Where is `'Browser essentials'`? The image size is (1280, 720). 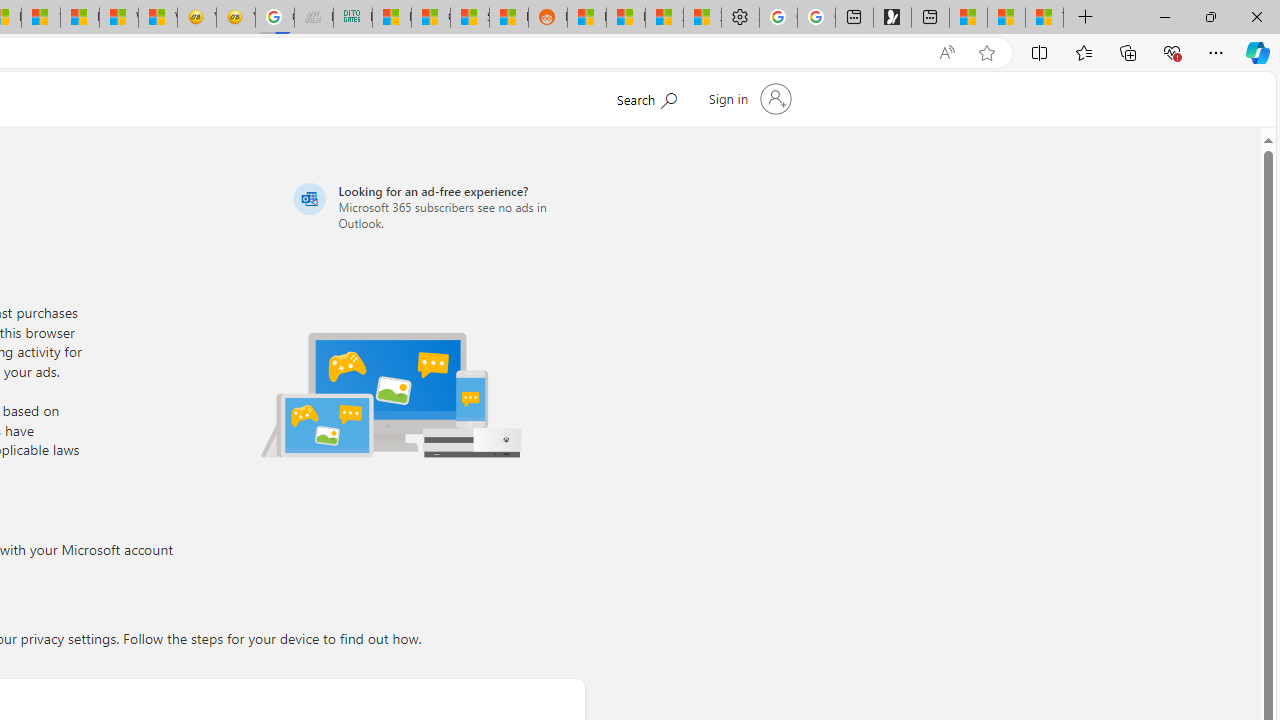
'Browser essentials' is located at coordinates (1171, 51).